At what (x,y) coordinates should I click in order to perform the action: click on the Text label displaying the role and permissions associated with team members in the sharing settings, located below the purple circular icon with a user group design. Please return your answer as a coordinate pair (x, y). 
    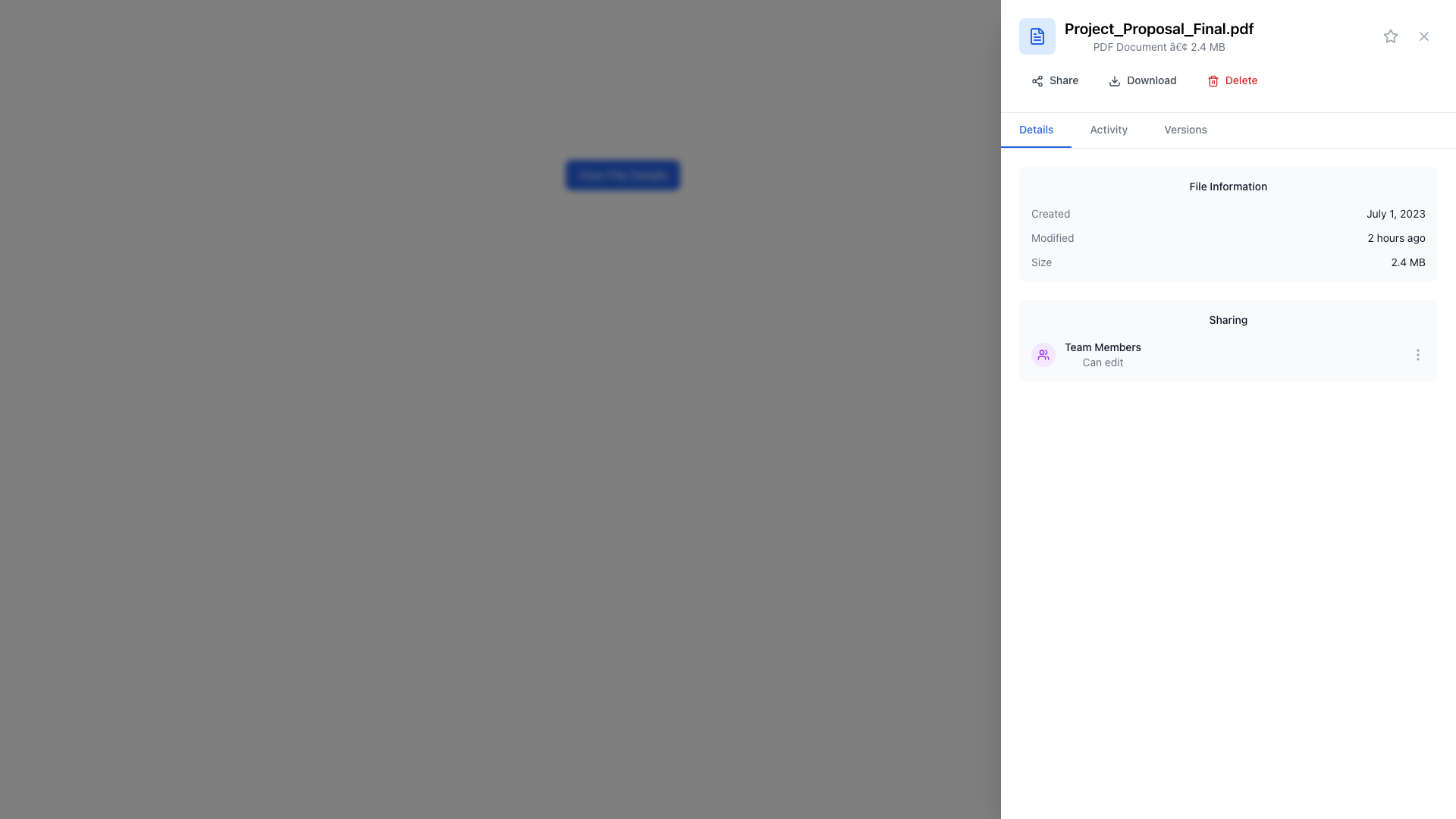
    Looking at the image, I should click on (1103, 354).